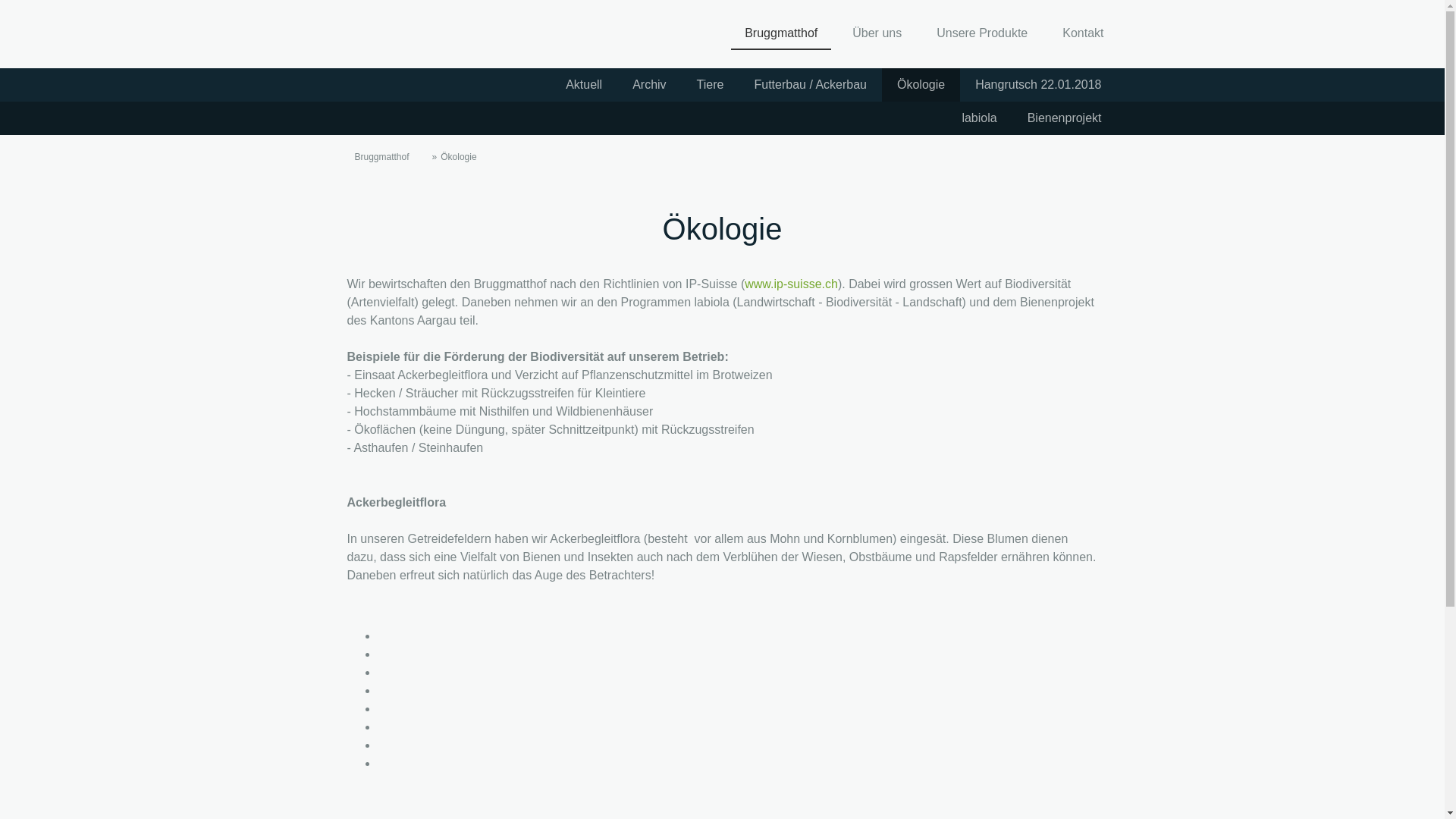 The image size is (1456, 819). What do you see at coordinates (781, 34) in the screenshot?
I see `'Bruggmatthof'` at bounding box center [781, 34].